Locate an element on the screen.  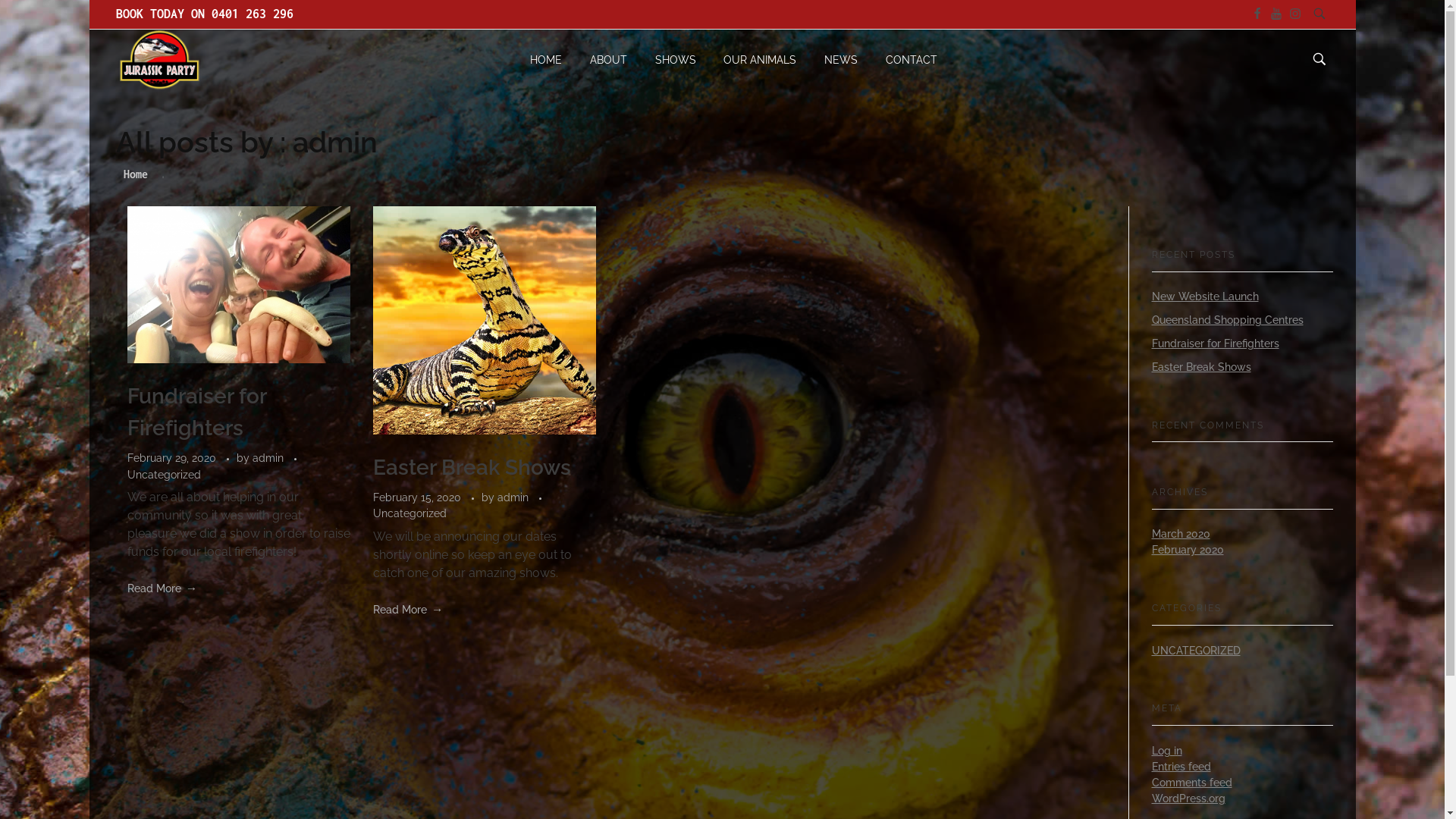
'OUR ANIMALS' is located at coordinates (709, 58).